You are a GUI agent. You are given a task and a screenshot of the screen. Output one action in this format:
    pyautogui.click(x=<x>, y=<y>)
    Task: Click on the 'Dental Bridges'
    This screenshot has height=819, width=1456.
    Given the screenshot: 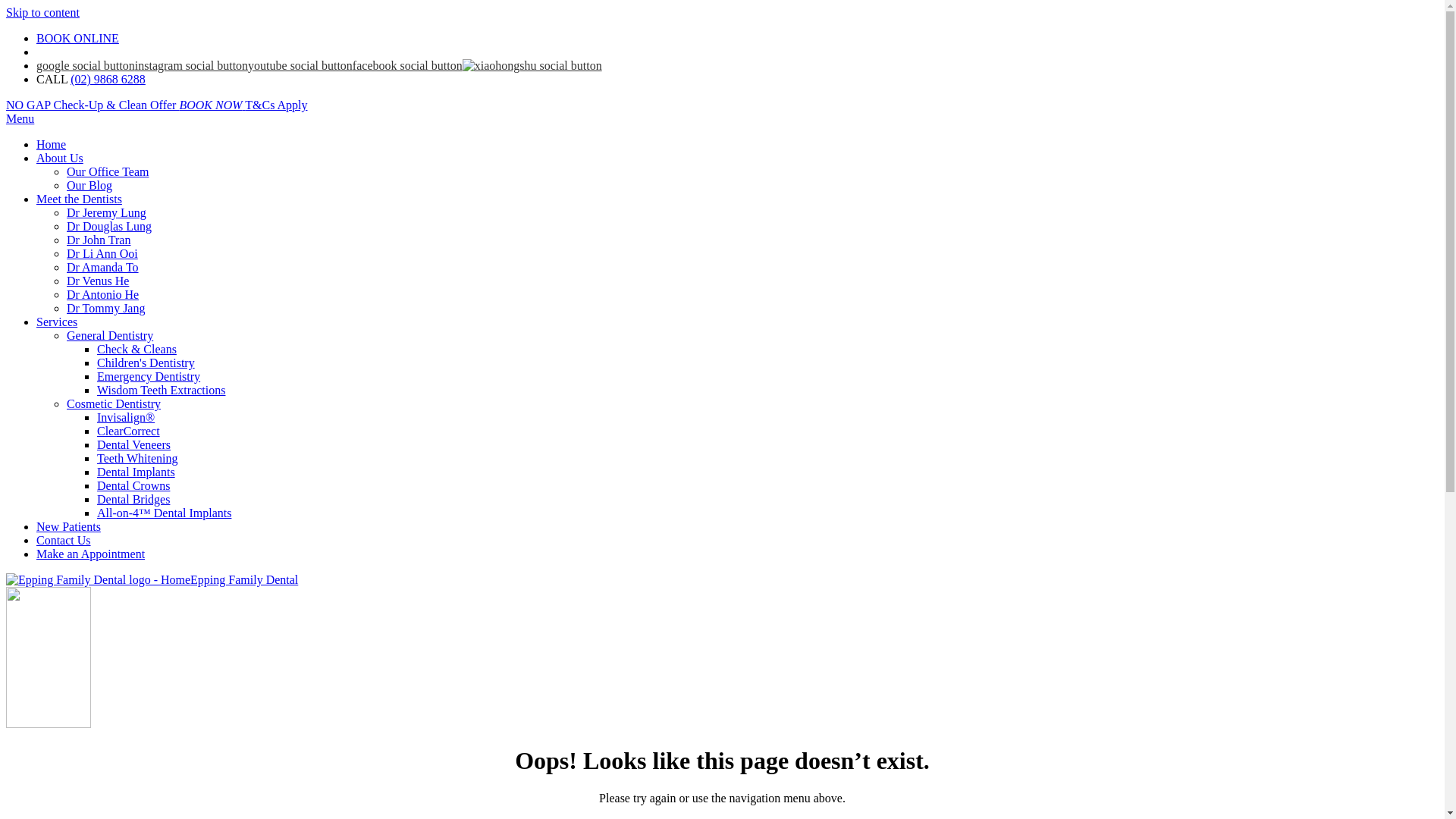 What is the action you would take?
    pyautogui.click(x=133, y=499)
    